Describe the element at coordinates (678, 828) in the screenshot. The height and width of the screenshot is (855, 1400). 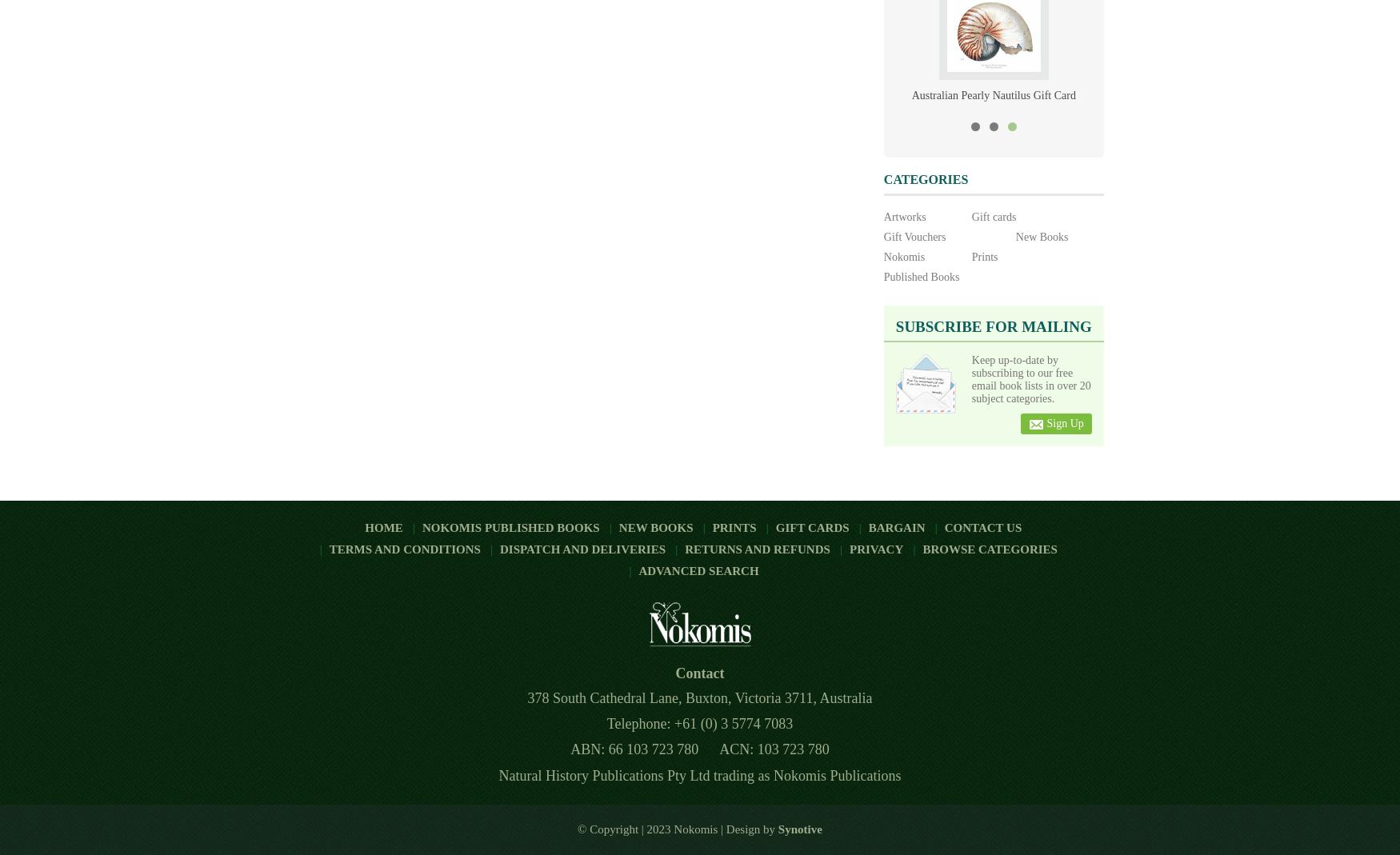
I see `'© Copyright | 2023 Nokomis			 | Design by'` at that location.